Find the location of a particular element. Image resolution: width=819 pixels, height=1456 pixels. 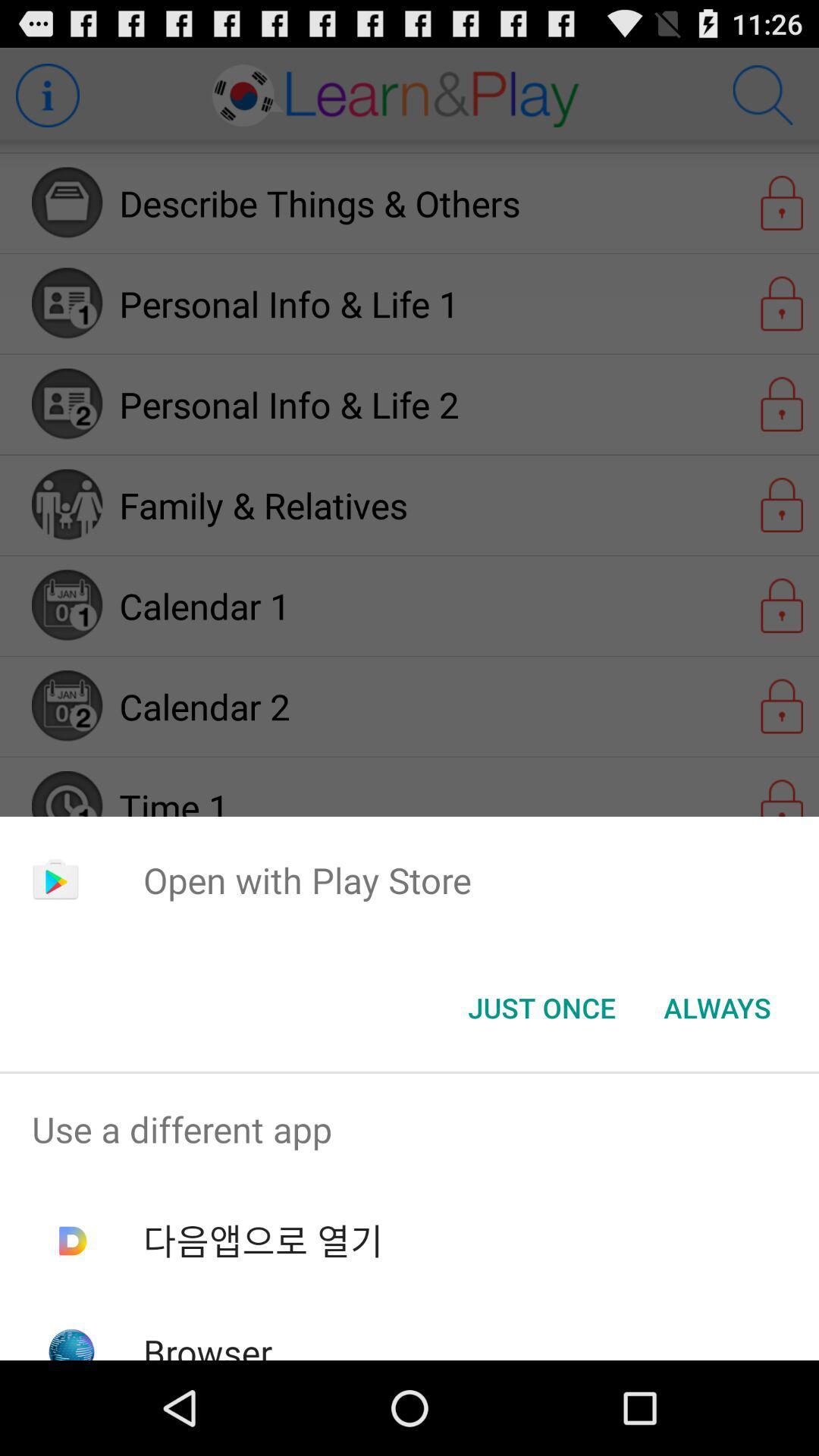

browser icon is located at coordinates (208, 1344).